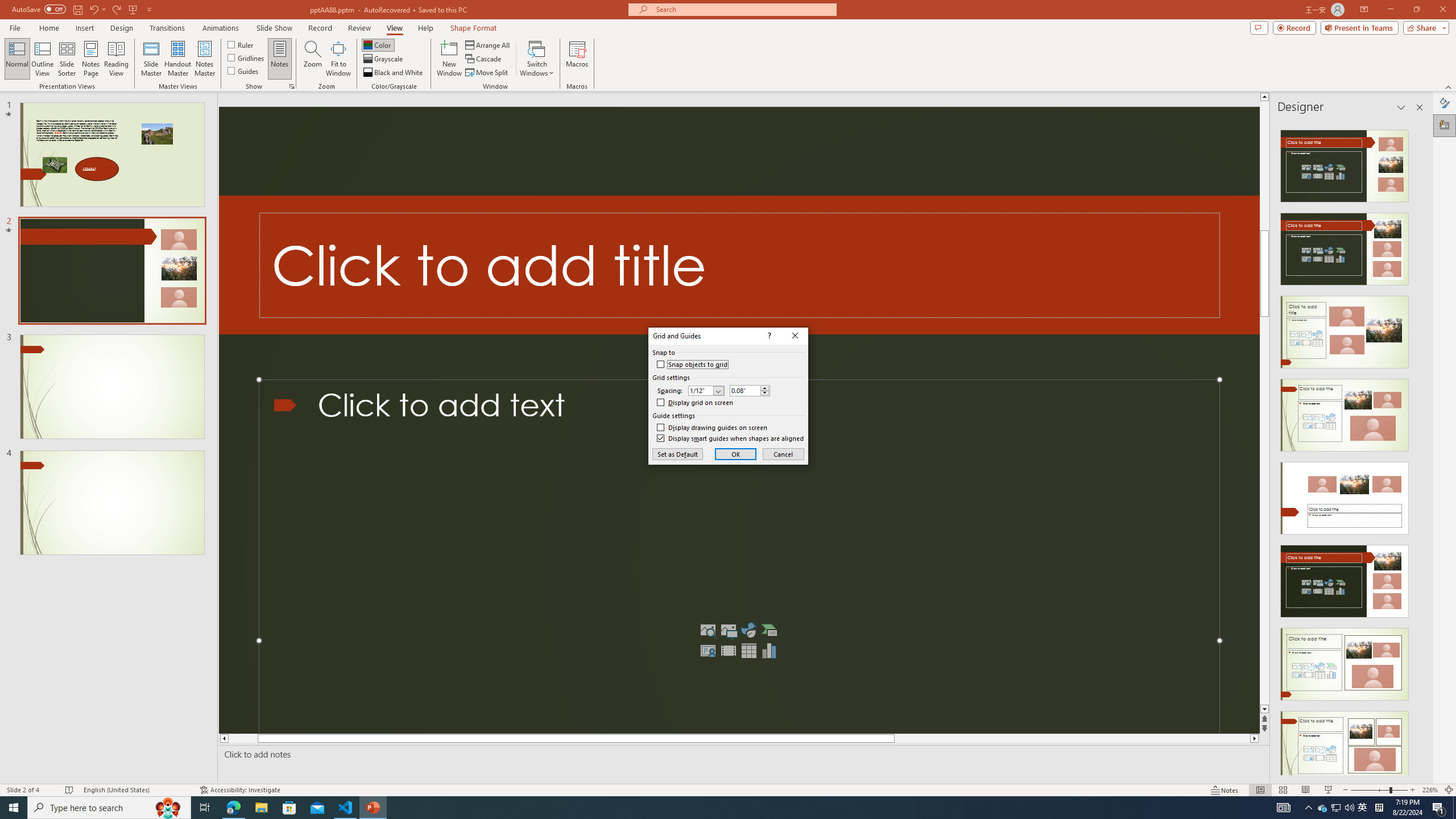 The image size is (1456, 819). I want to click on 'Notes Page', so click(90, 59).